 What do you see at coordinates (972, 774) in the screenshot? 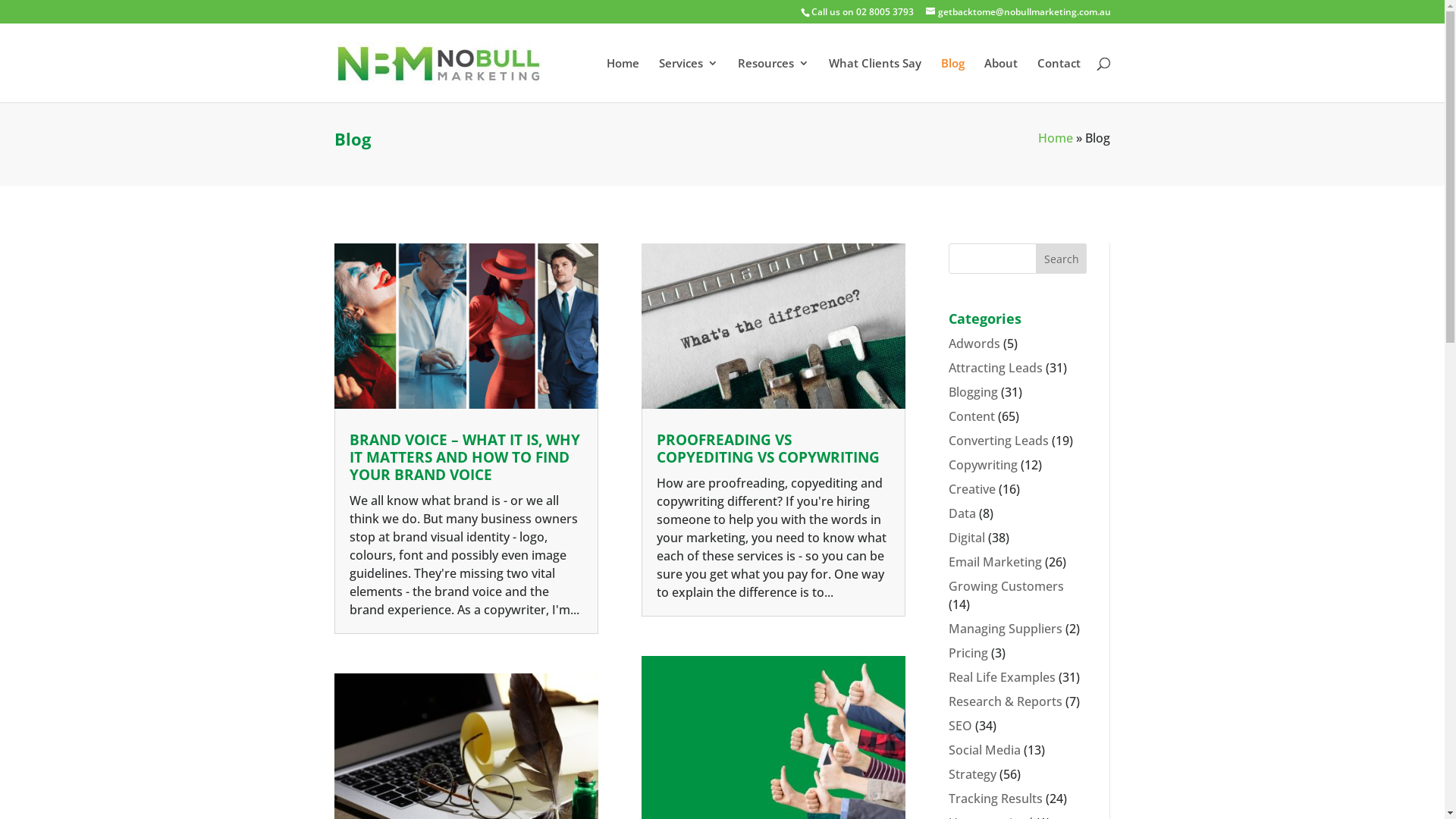
I see `'Strategy'` at bounding box center [972, 774].